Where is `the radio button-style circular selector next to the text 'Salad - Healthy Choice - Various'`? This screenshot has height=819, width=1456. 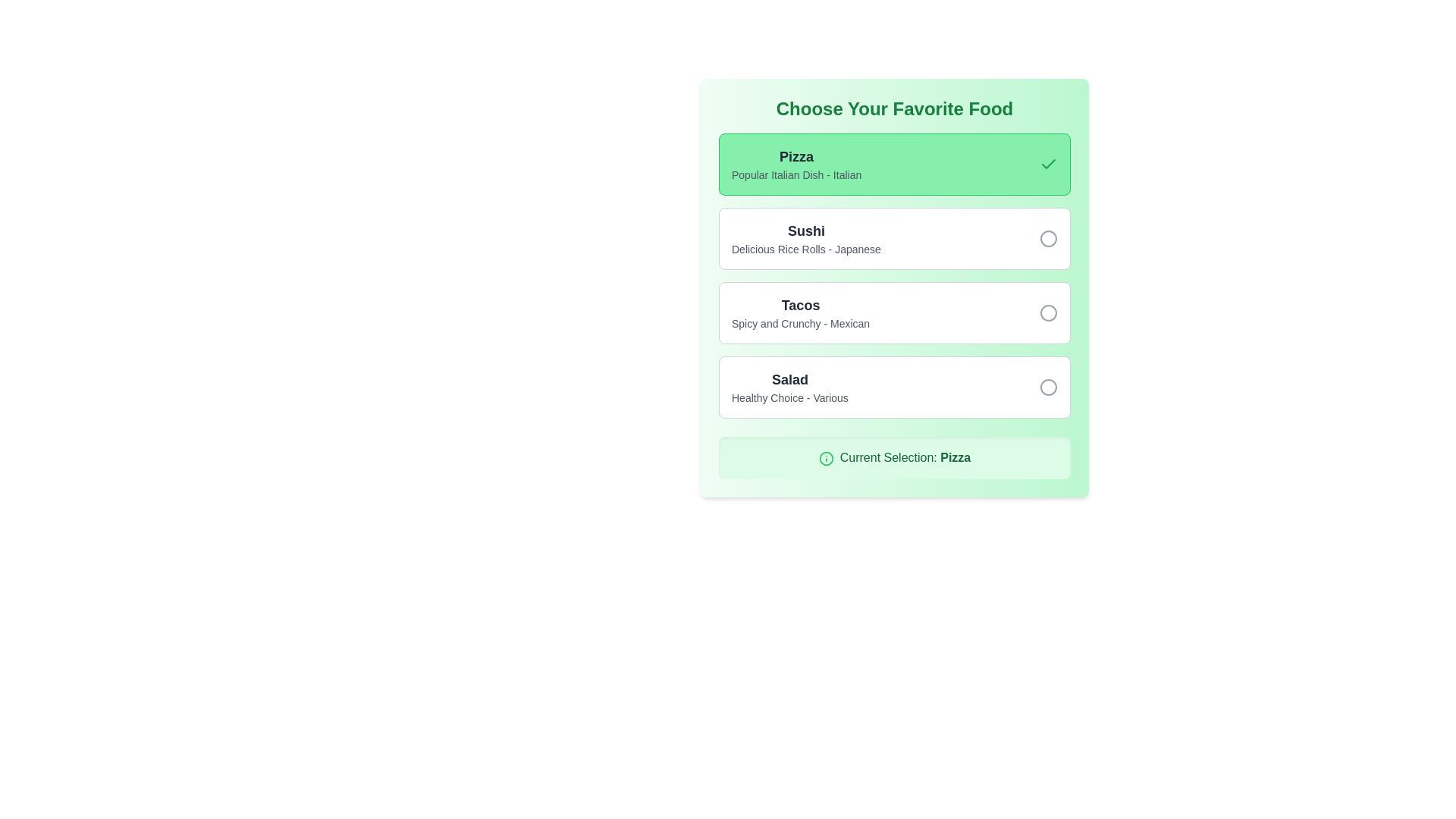
the radio button-style circular selector next to the text 'Salad - Healthy Choice - Various' is located at coordinates (1047, 386).